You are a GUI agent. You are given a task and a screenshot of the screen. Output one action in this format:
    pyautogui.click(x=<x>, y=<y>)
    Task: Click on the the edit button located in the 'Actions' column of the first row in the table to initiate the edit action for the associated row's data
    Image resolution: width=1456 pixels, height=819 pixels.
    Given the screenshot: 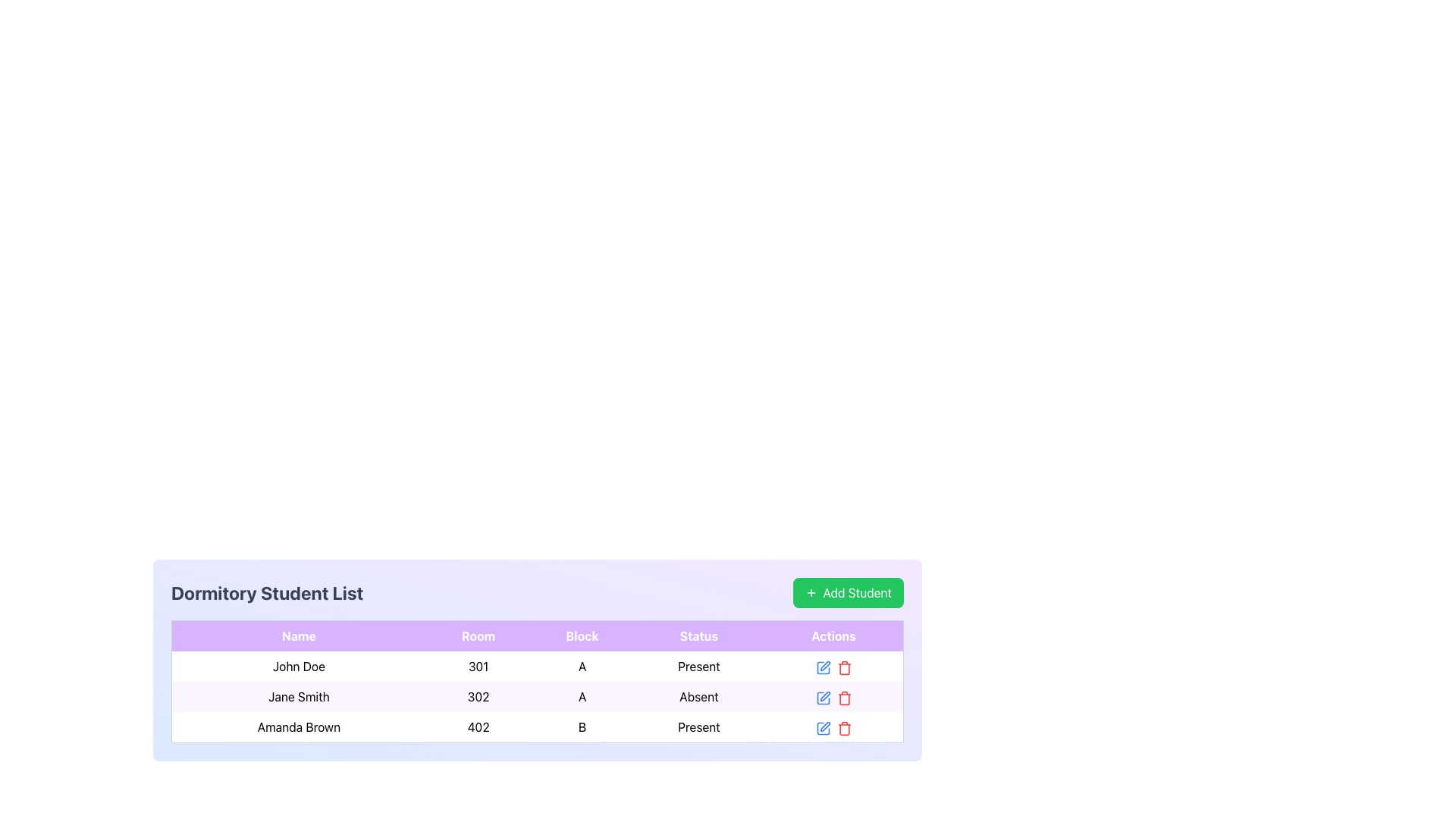 What is the action you would take?
    pyautogui.click(x=822, y=666)
    